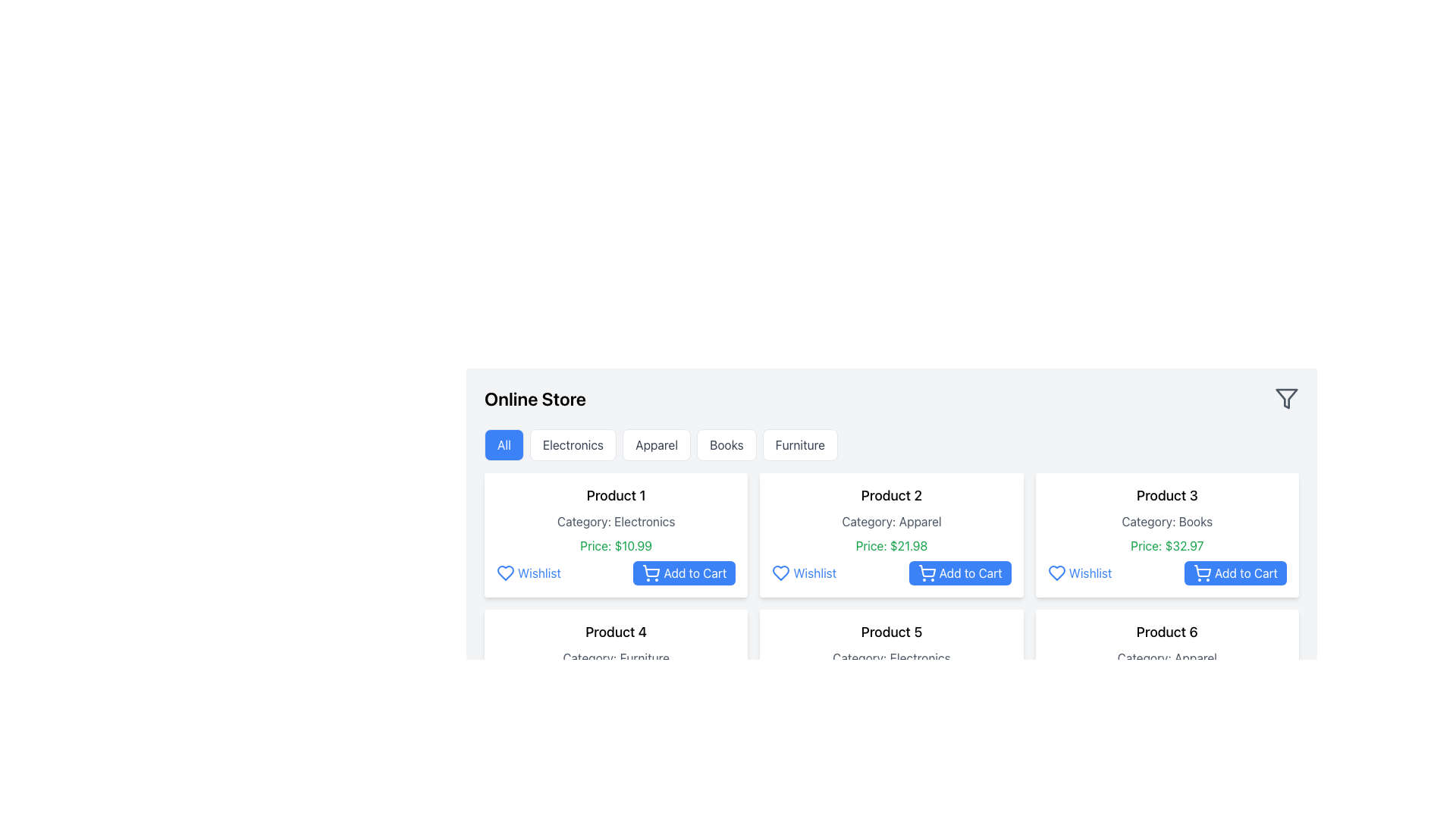  I want to click on the 'Electronics' button, which is the second button from the left in the row of category buttons at the top of the product listing section, so click(573, 444).